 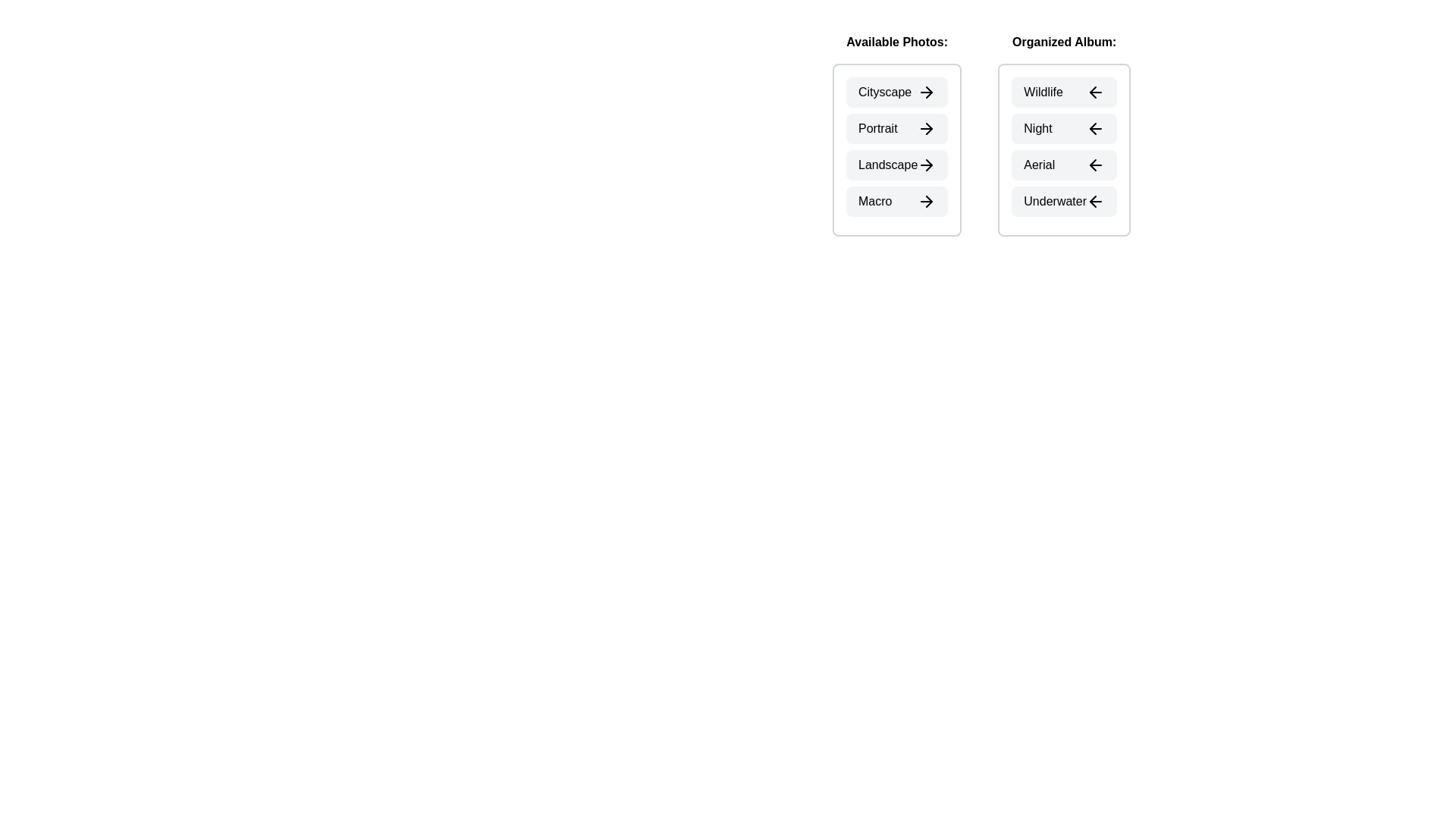 I want to click on the arrow icon next to the photo Portrait in the Available Photos section to transfer it to the Organized Album section, so click(x=926, y=127).